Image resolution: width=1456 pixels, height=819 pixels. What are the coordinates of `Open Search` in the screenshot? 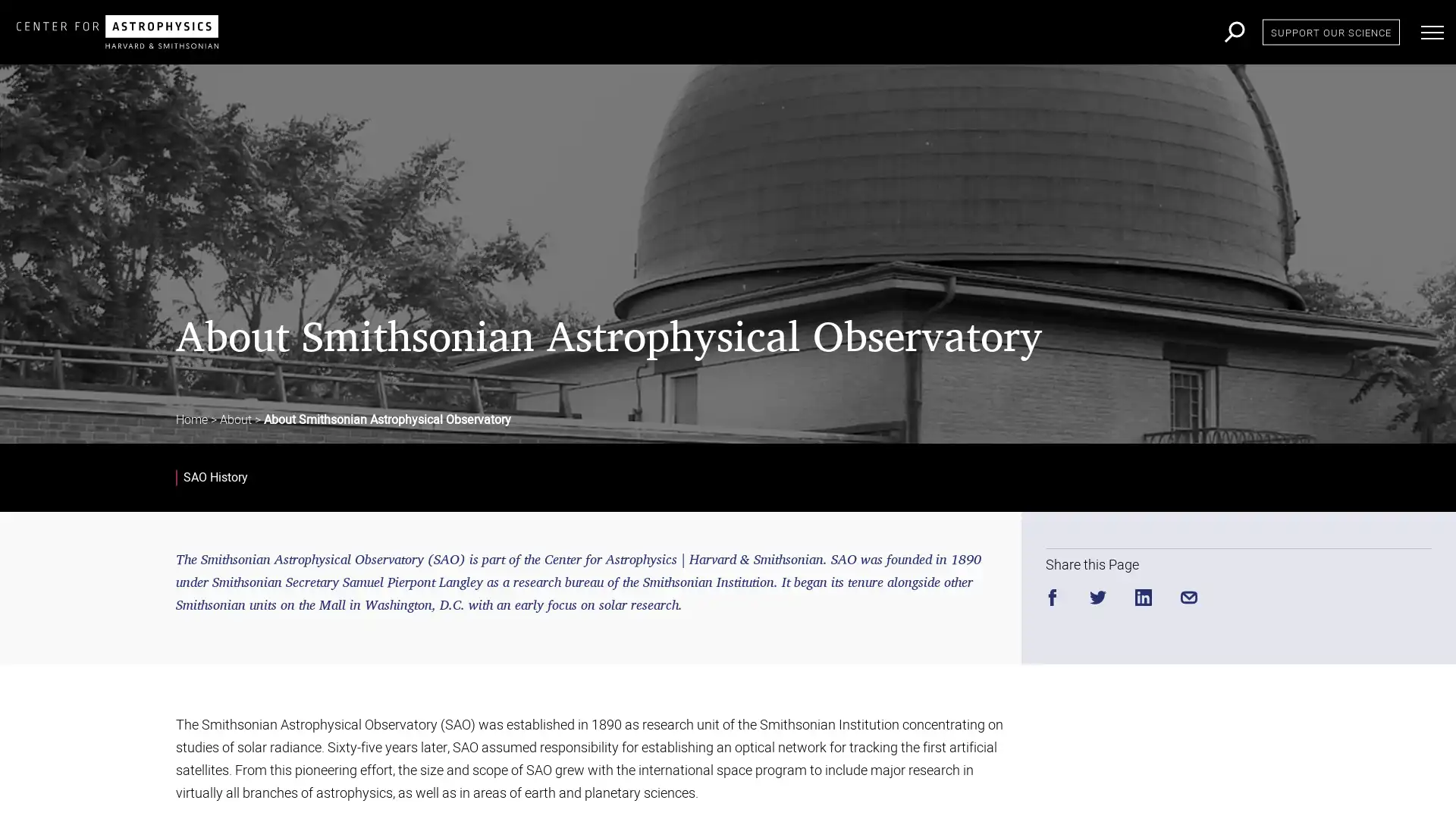 It's located at (1235, 32).